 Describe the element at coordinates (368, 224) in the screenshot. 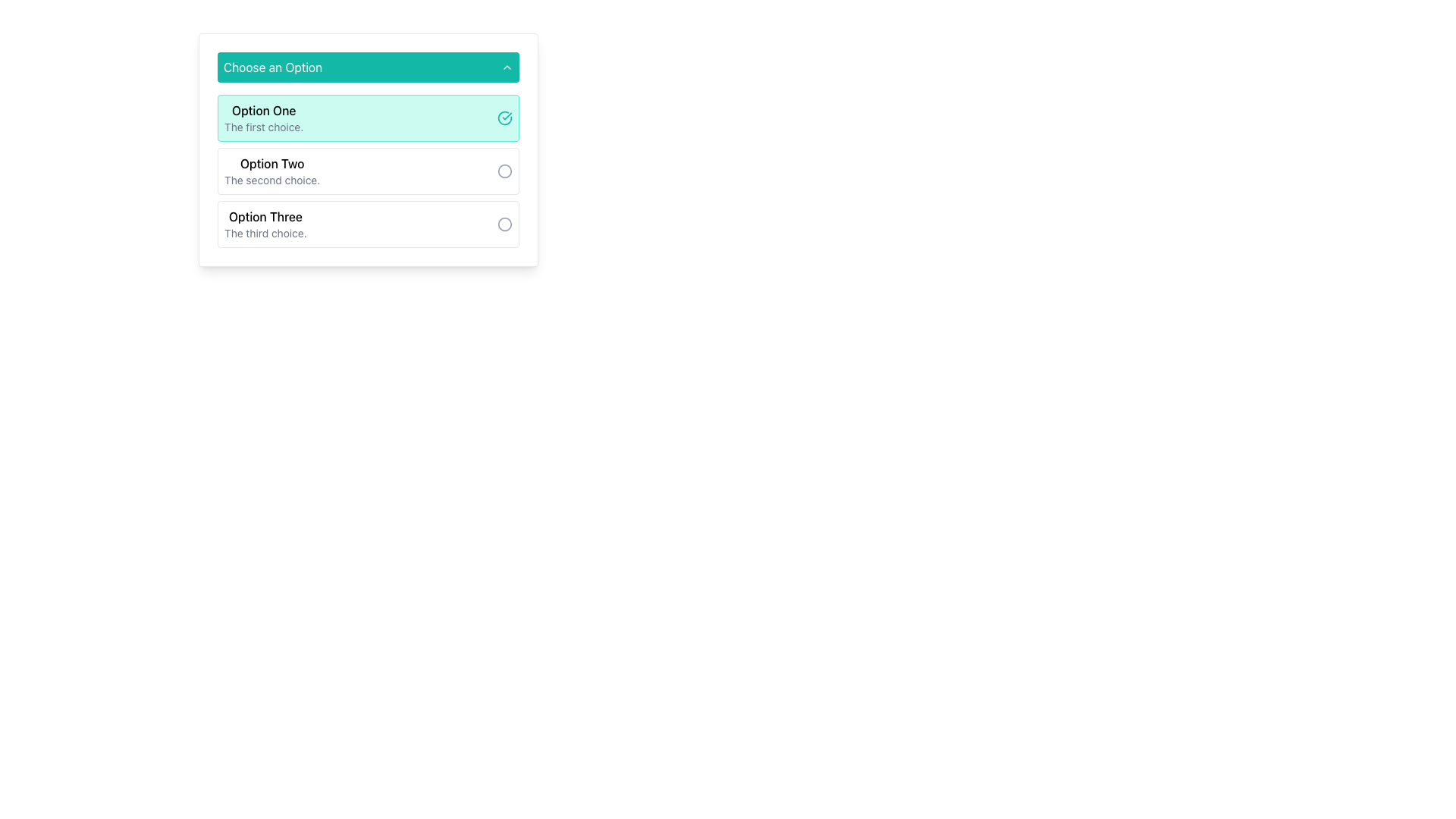

I see `the third selectable radio option within the 'Choose an Option' group` at that location.